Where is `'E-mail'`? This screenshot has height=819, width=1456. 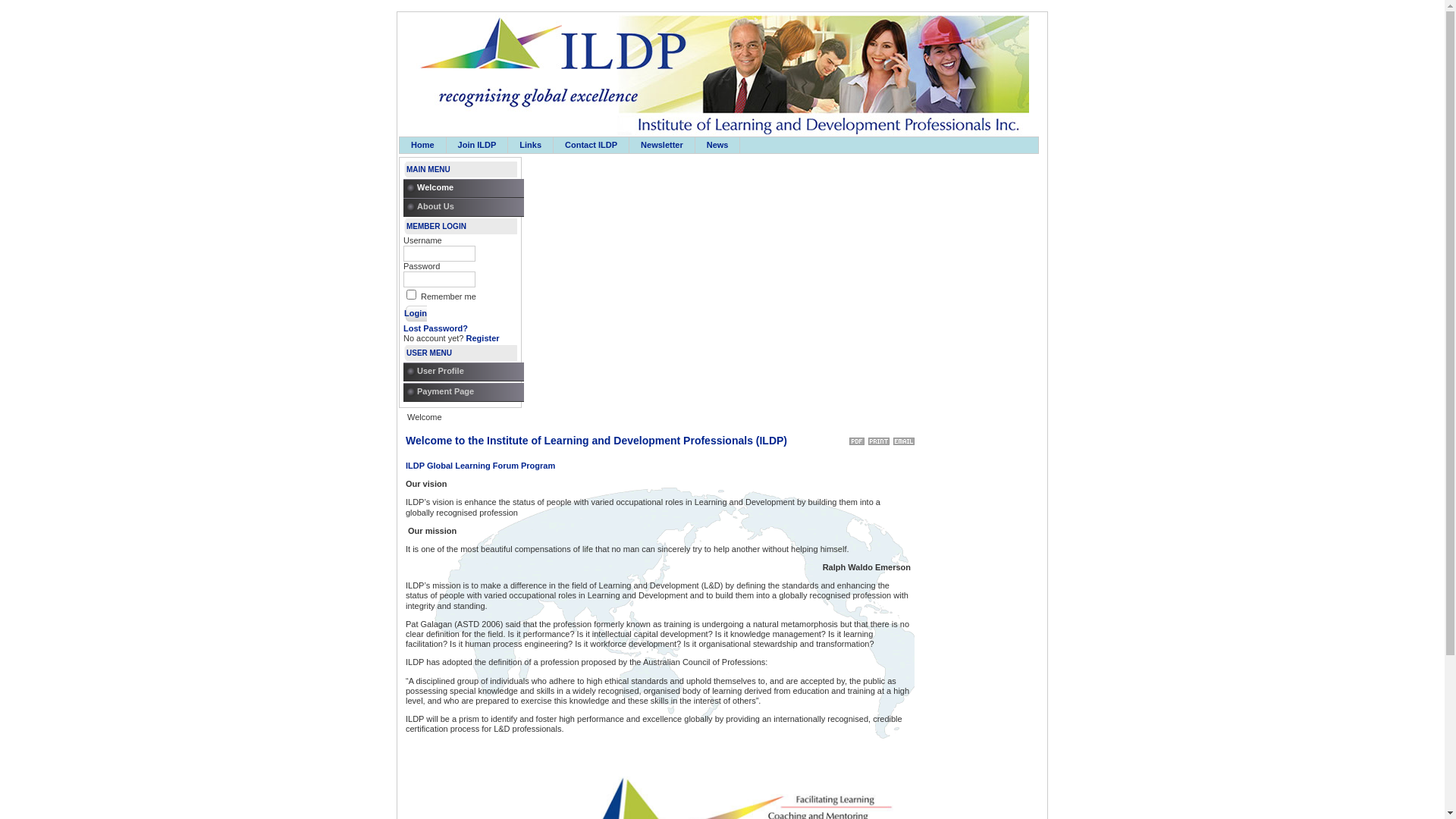 'E-mail' is located at coordinates (903, 438).